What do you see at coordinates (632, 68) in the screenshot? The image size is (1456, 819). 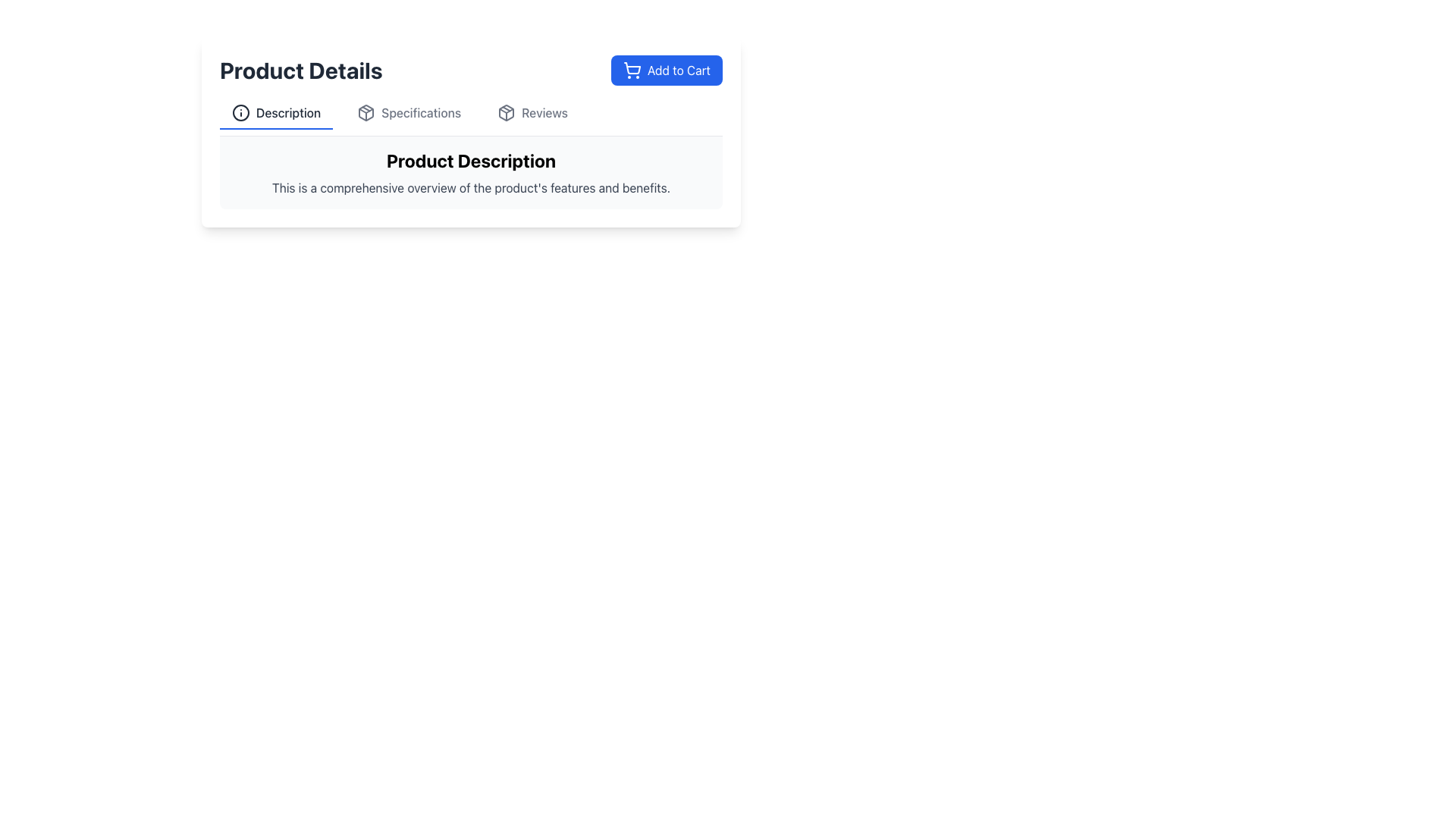 I see `the shopping cart icon located in the top-right of the interface, which is part of the blue 'Add to Cart' button` at bounding box center [632, 68].